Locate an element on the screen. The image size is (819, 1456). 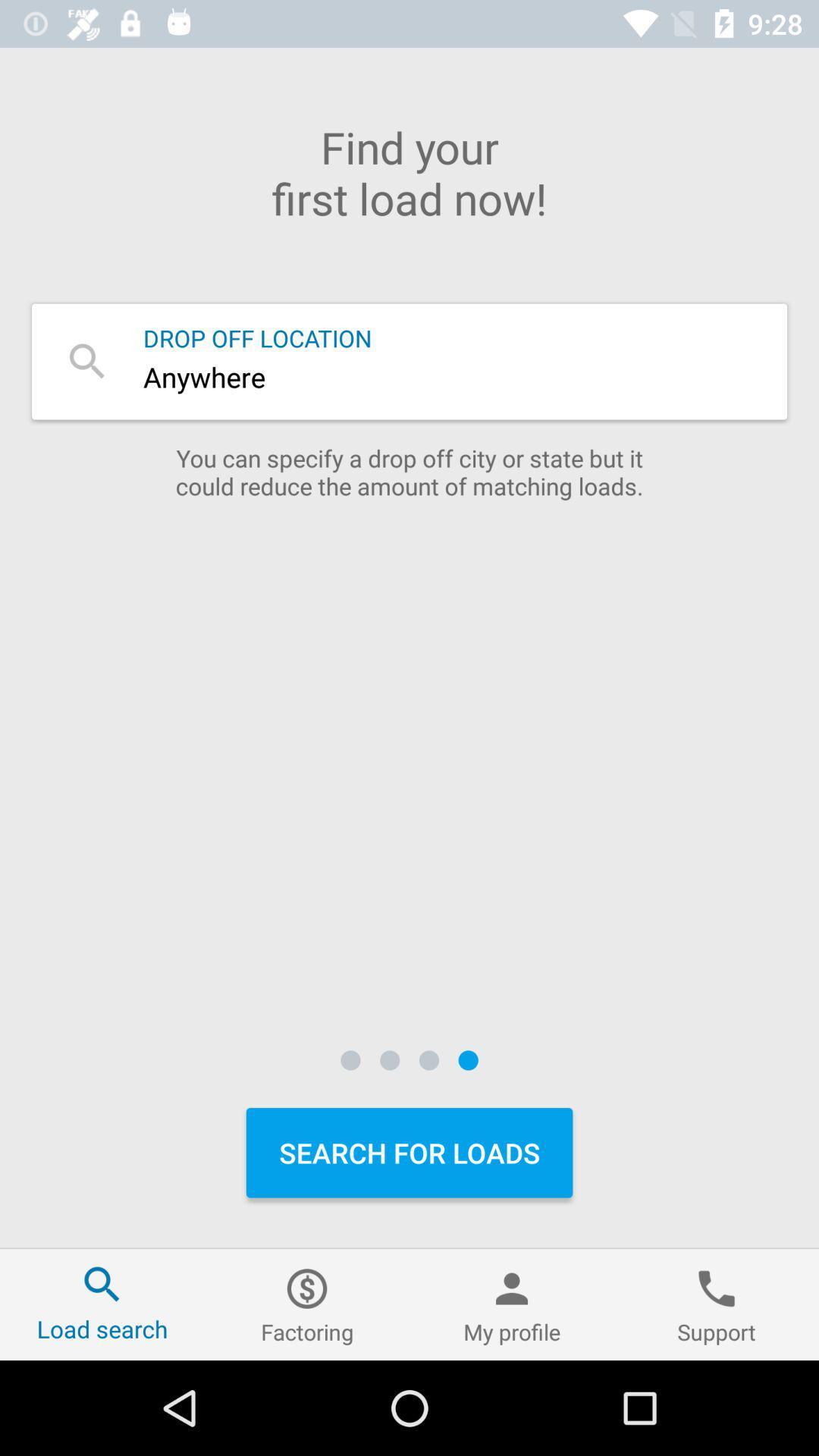
the text search at the middle of the page is located at coordinates (409, 360).